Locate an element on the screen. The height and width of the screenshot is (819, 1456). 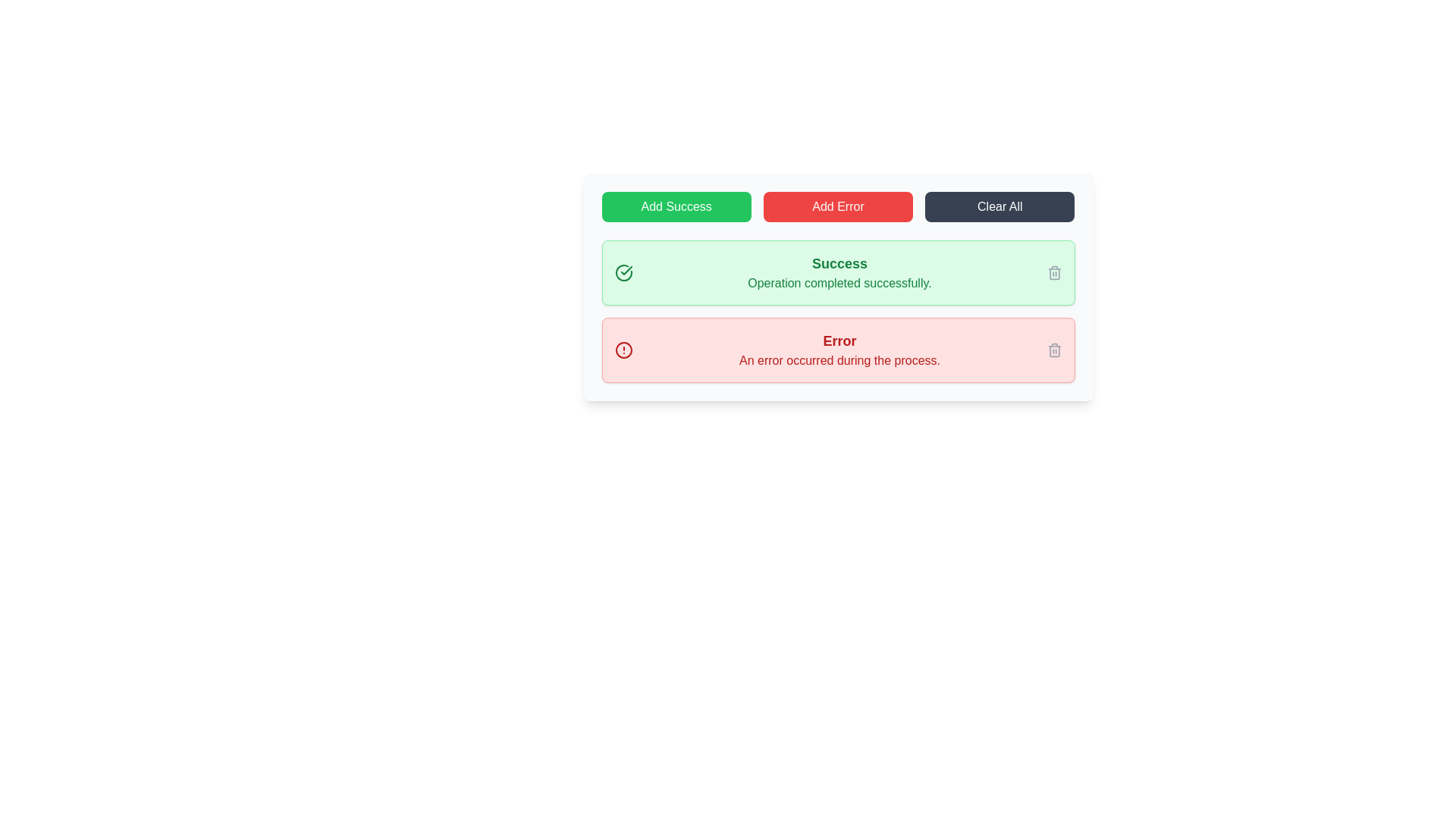
the text label displaying 'Operation completed successfully.' which is in green text and located below the 'Success' title in the light green notification box is located at coordinates (839, 284).